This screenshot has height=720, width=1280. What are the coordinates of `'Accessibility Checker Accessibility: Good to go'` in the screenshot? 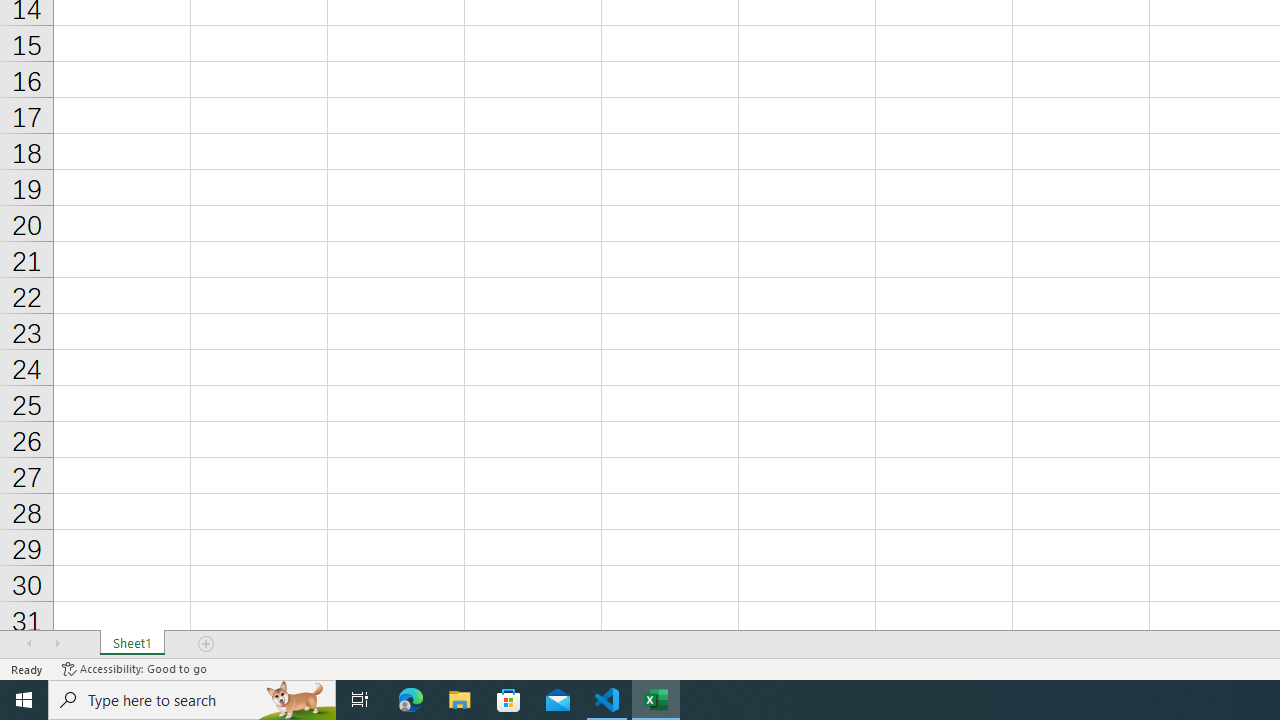 It's located at (133, 669).